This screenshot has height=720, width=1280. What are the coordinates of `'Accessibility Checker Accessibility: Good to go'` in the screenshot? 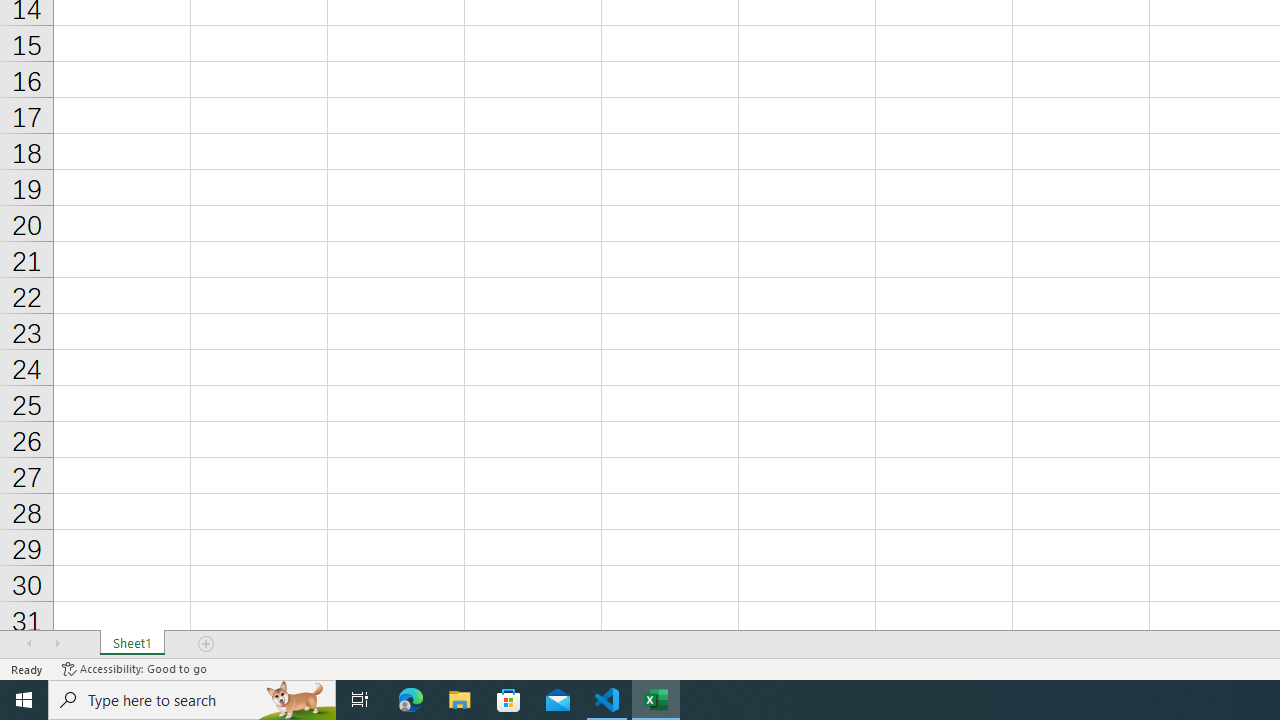 It's located at (133, 669).